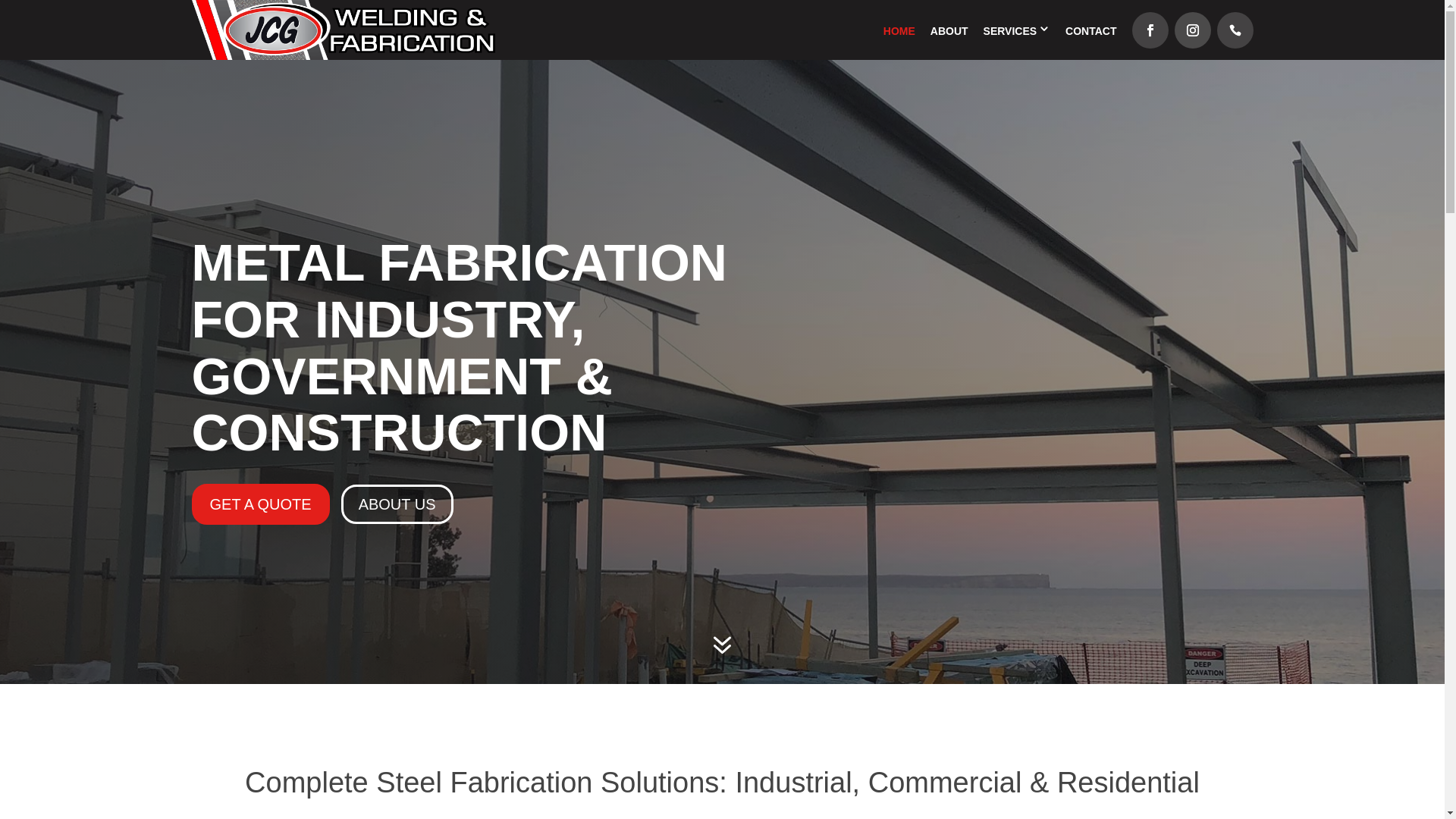 Image resolution: width=1456 pixels, height=819 pixels. I want to click on 'ABOUT US', so click(397, 504).